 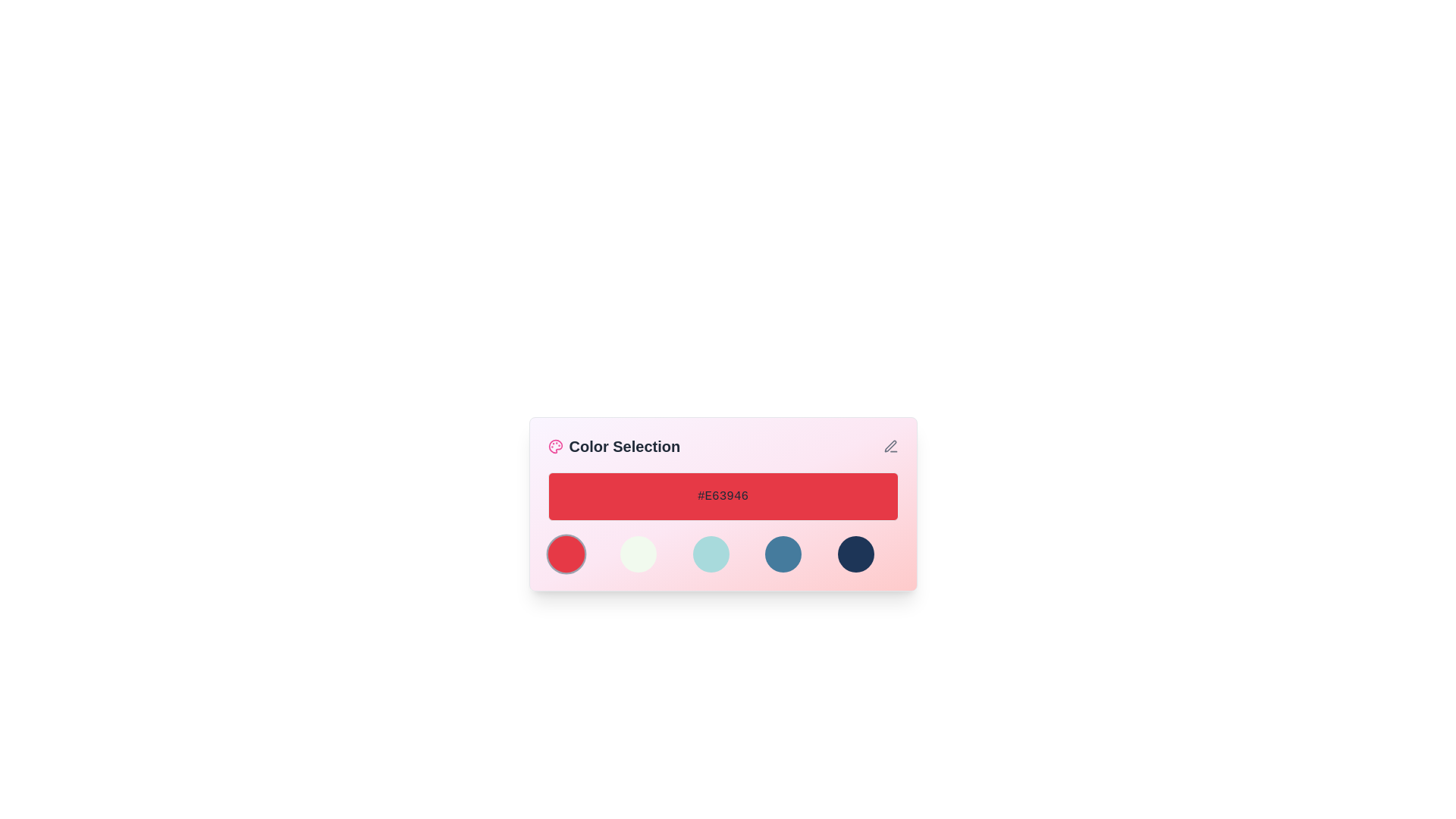 I want to click on the second circular Selectable Color Button with a light green background, so click(x=639, y=554).